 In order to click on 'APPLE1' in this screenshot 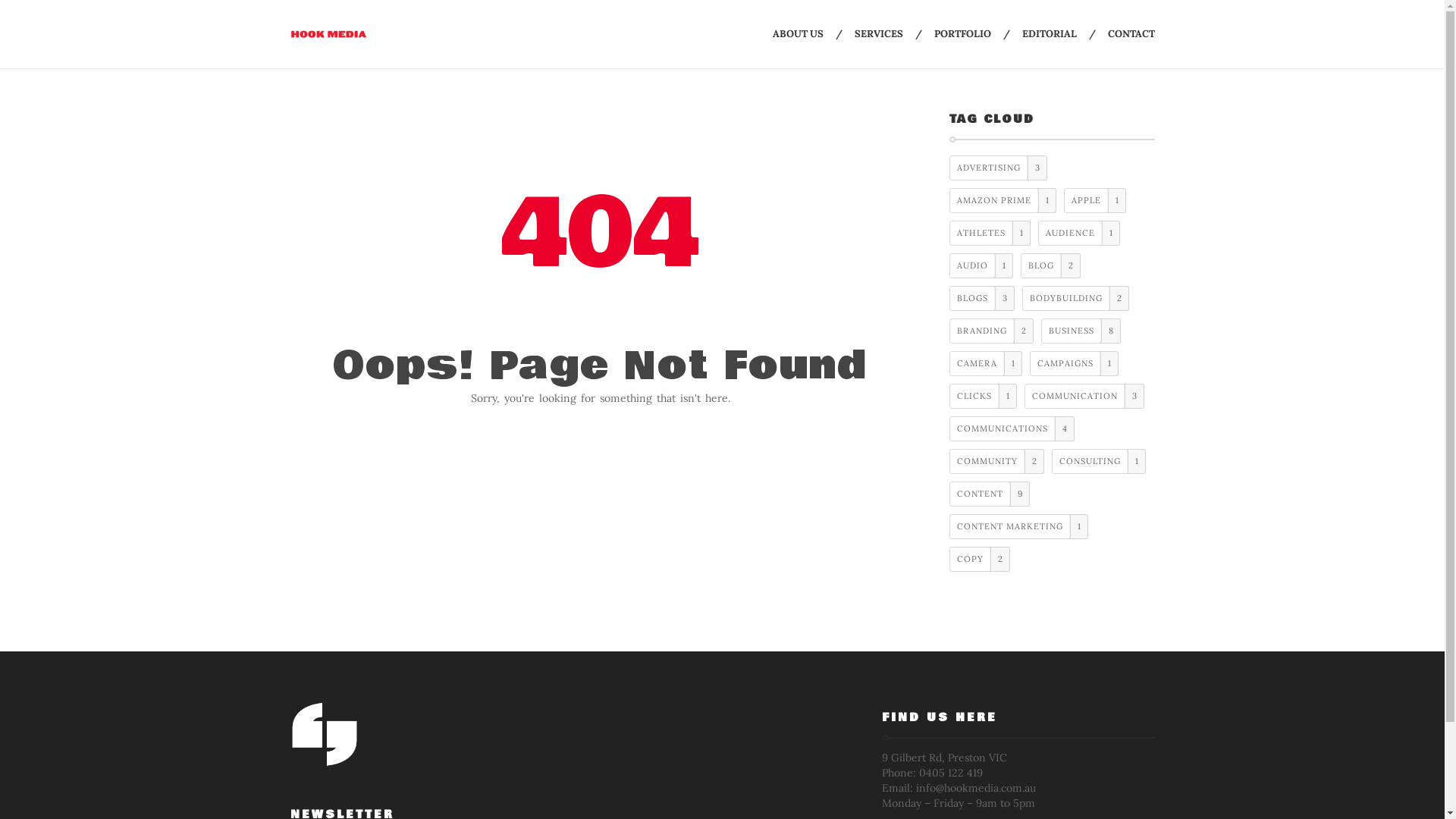, I will do `click(1095, 199)`.